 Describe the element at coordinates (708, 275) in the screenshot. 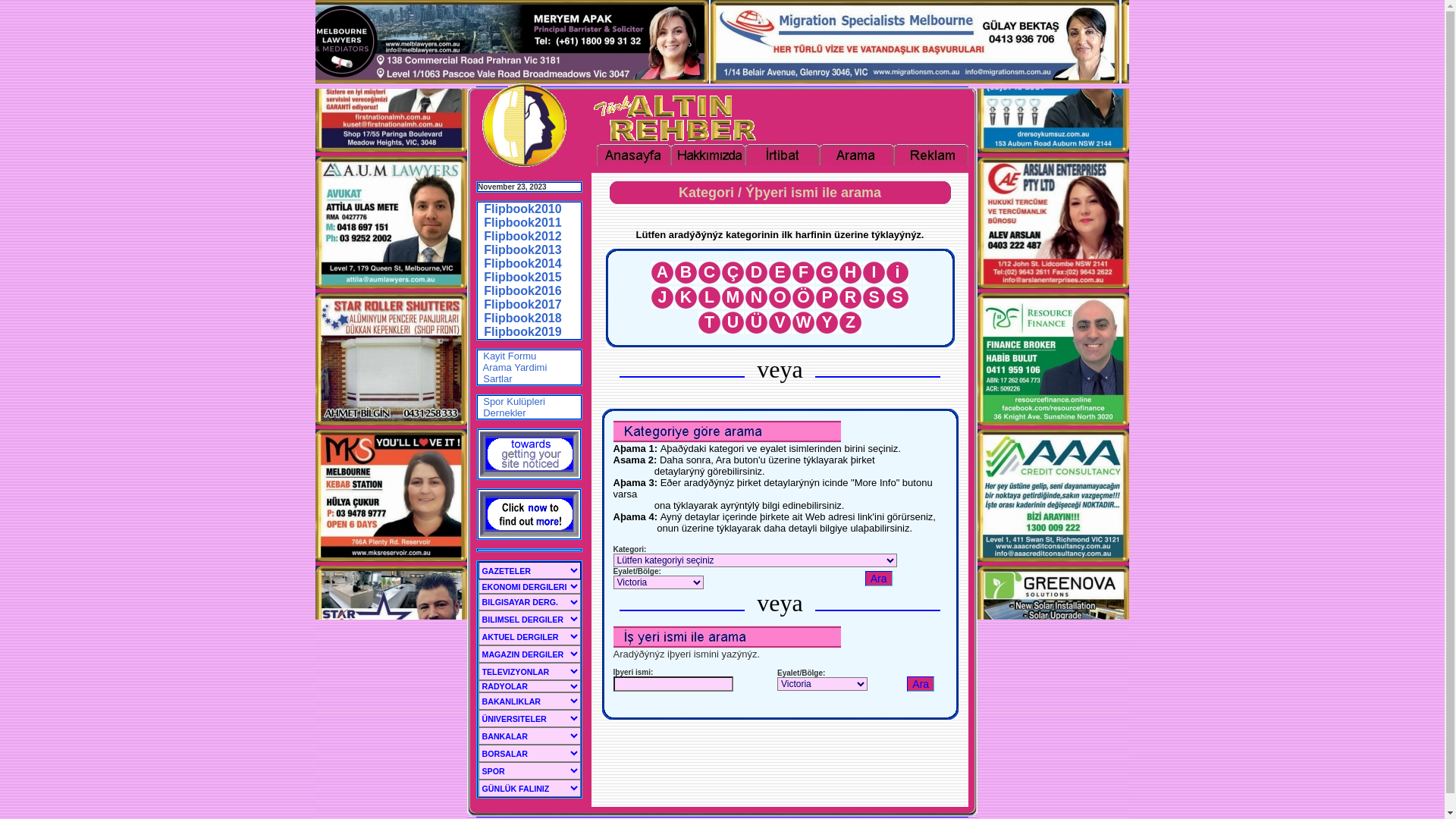

I see `'C'` at that location.